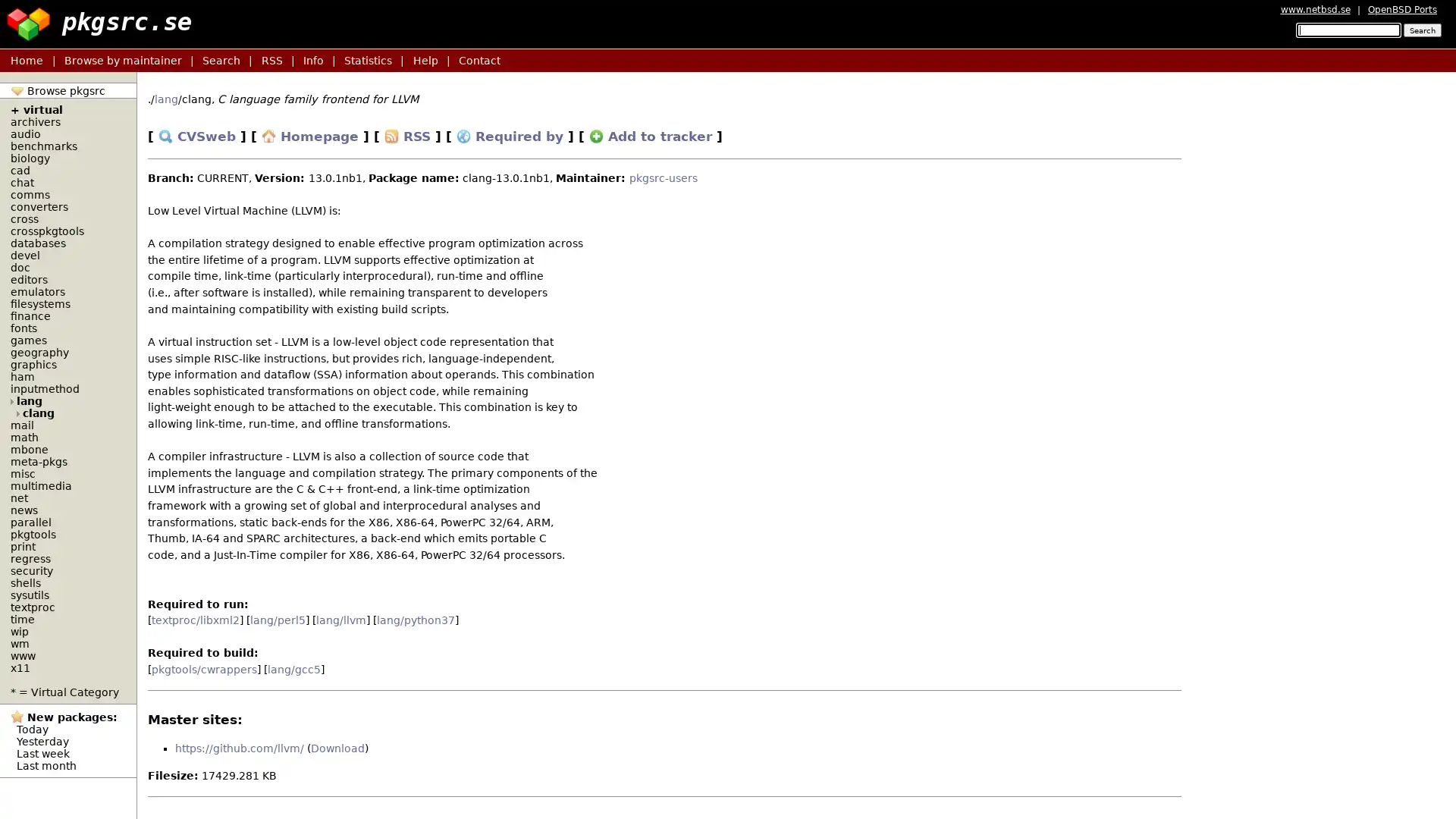 This screenshot has width=1456, height=819. I want to click on Search, so click(1421, 30).